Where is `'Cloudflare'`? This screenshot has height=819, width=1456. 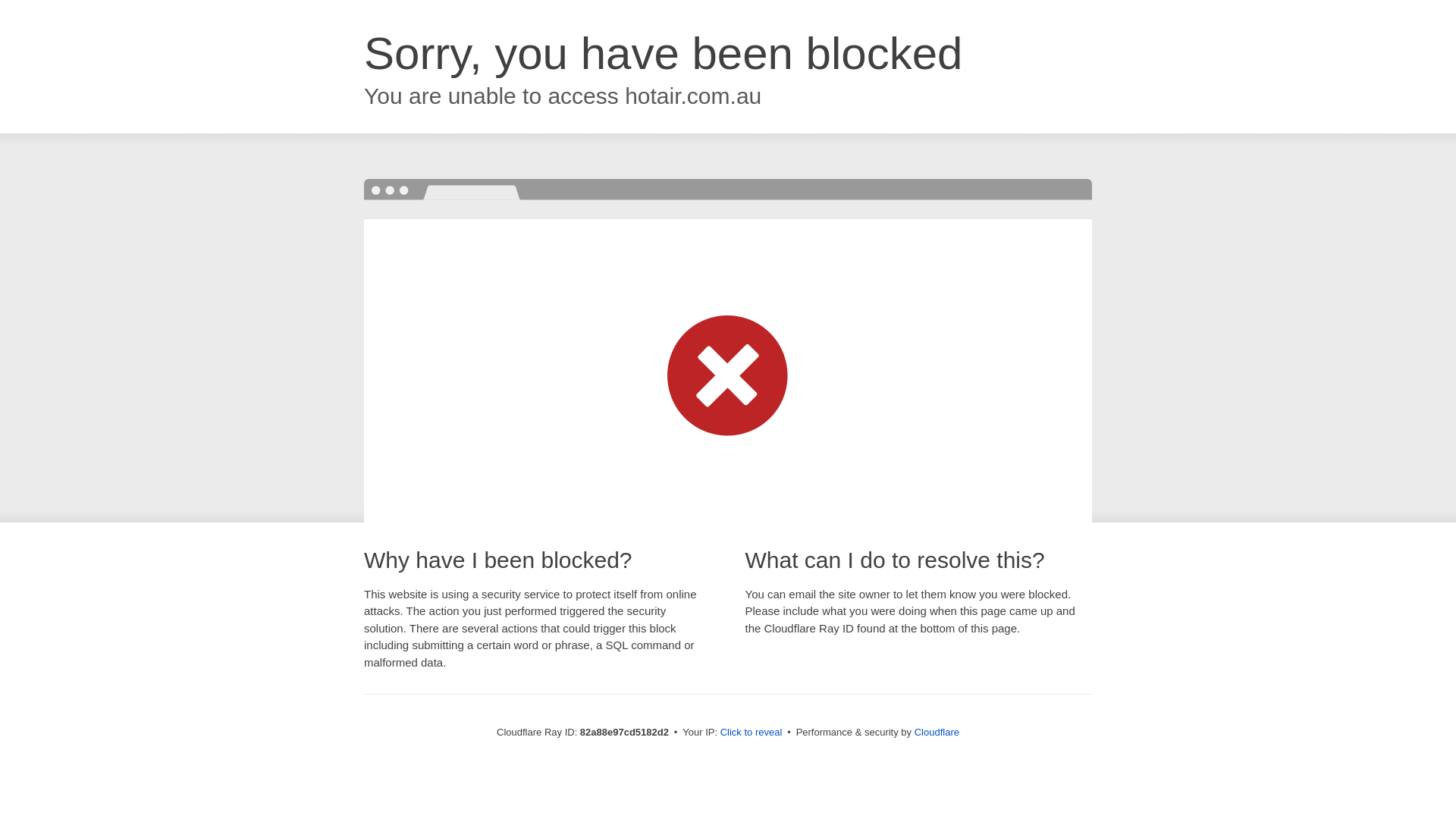
'Cloudflare' is located at coordinates (936, 731).